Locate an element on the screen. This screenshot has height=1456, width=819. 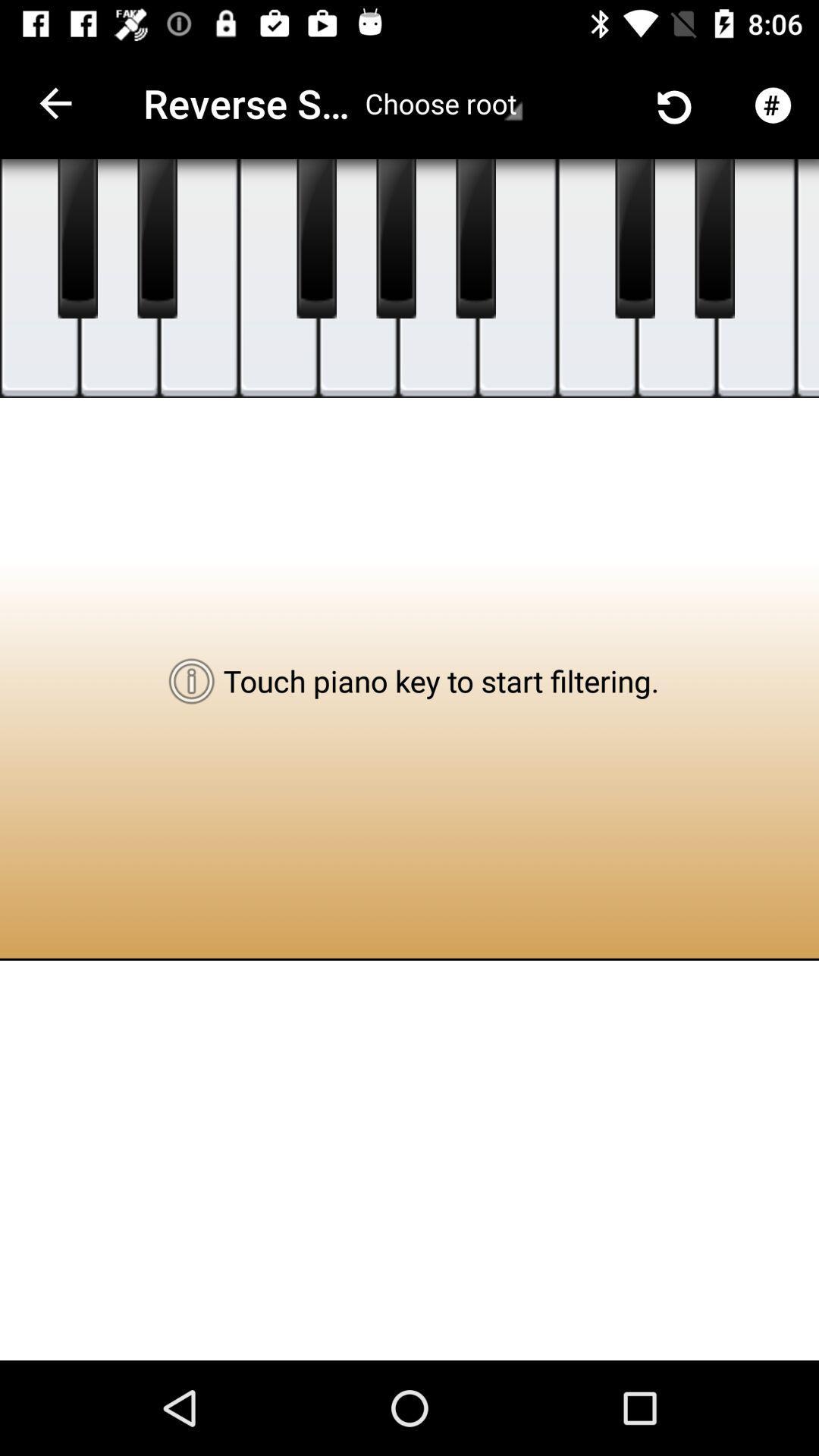
start filtering is located at coordinates (676, 278).